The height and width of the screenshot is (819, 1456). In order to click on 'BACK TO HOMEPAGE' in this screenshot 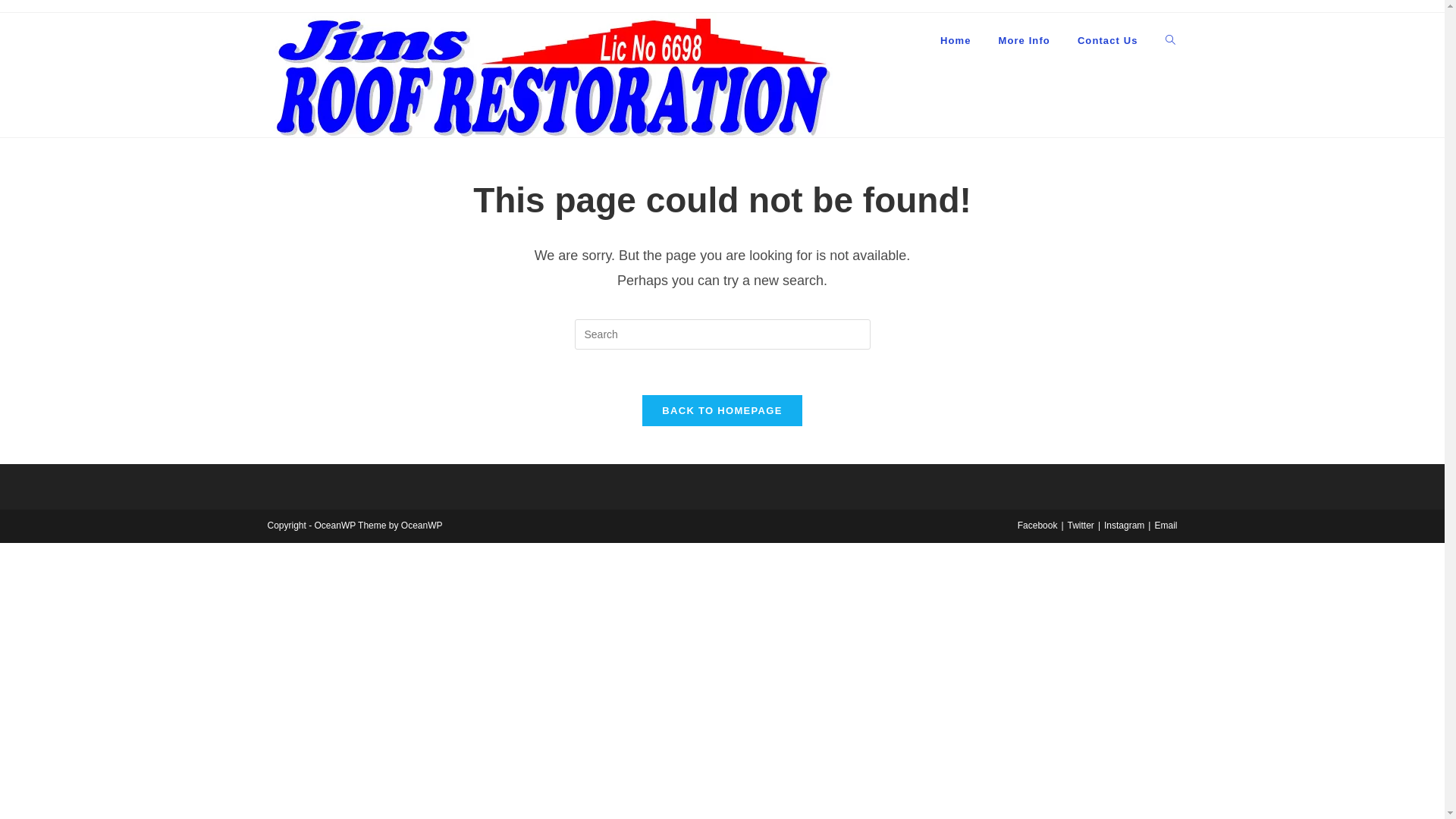, I will do `click(720, 410)`.